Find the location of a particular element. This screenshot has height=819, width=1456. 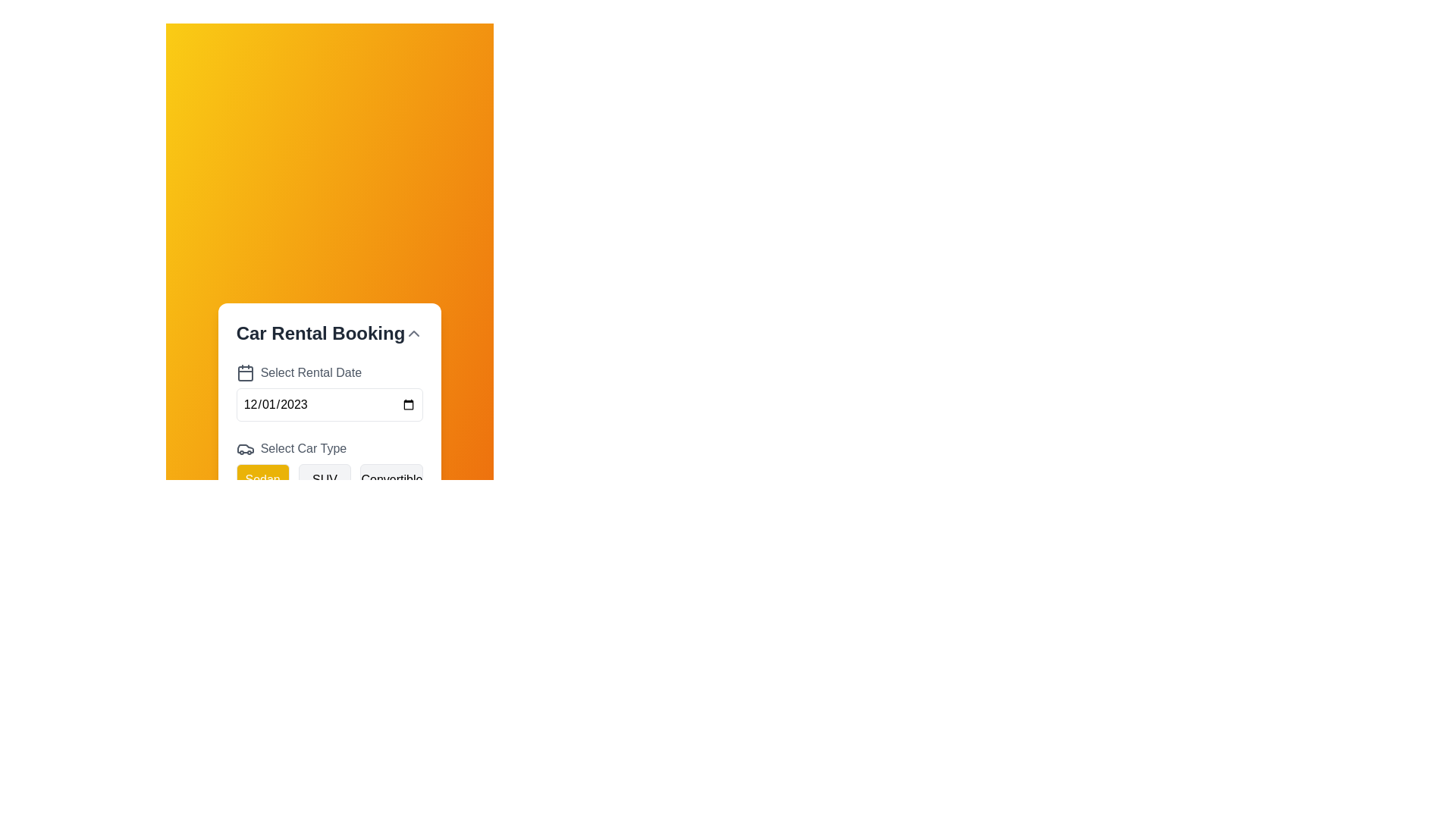

the calendar icon that serves as a visual indicator for selecting a rental date, located to the left of the 'Select Rental Date' label is located at coordinates (245, 373).